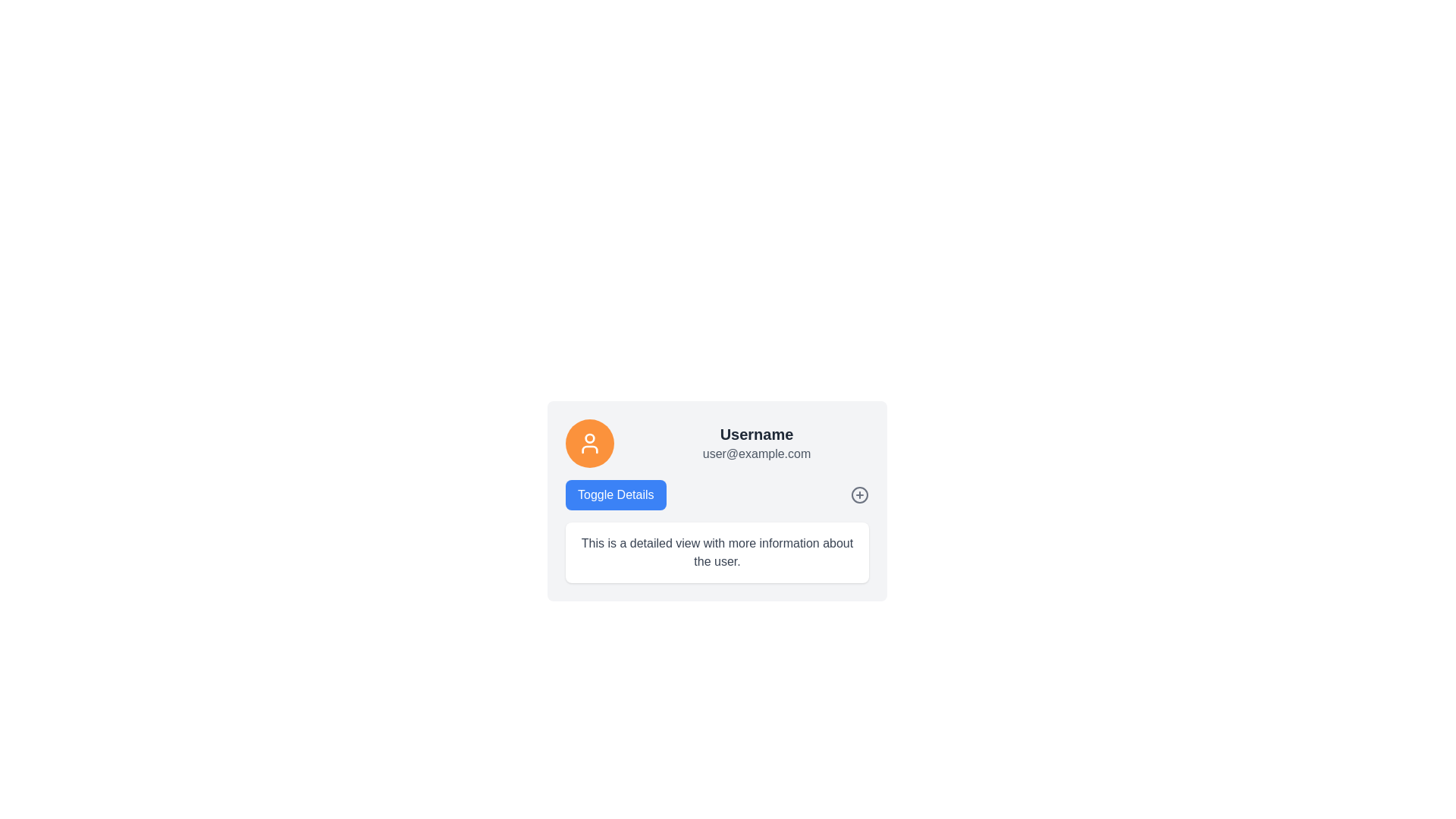  Describe the element at coordinates (757, 435) in the screenshot. I see `the bold text displaying 'Username'` at that location.